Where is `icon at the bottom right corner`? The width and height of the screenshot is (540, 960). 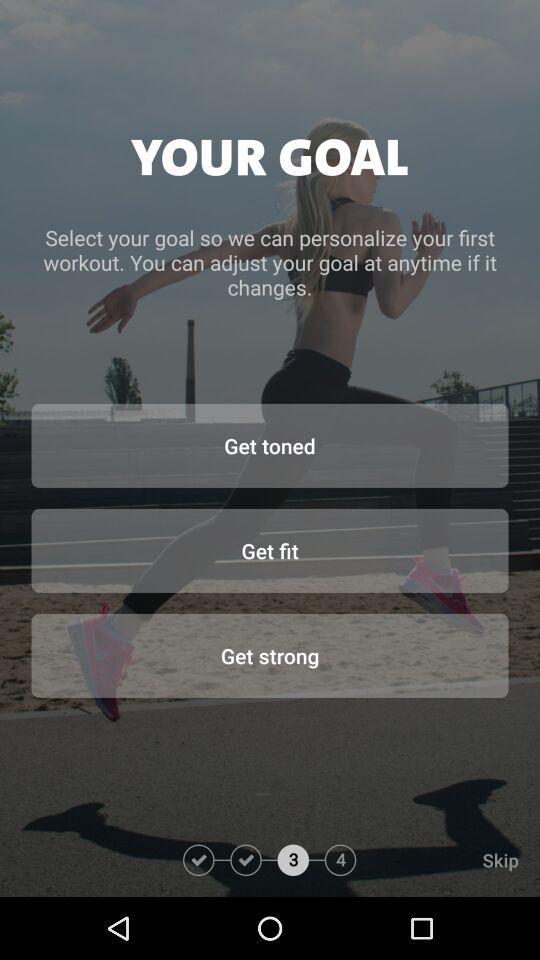
icon at the bottom right corner is located at coordinates (448, 859).